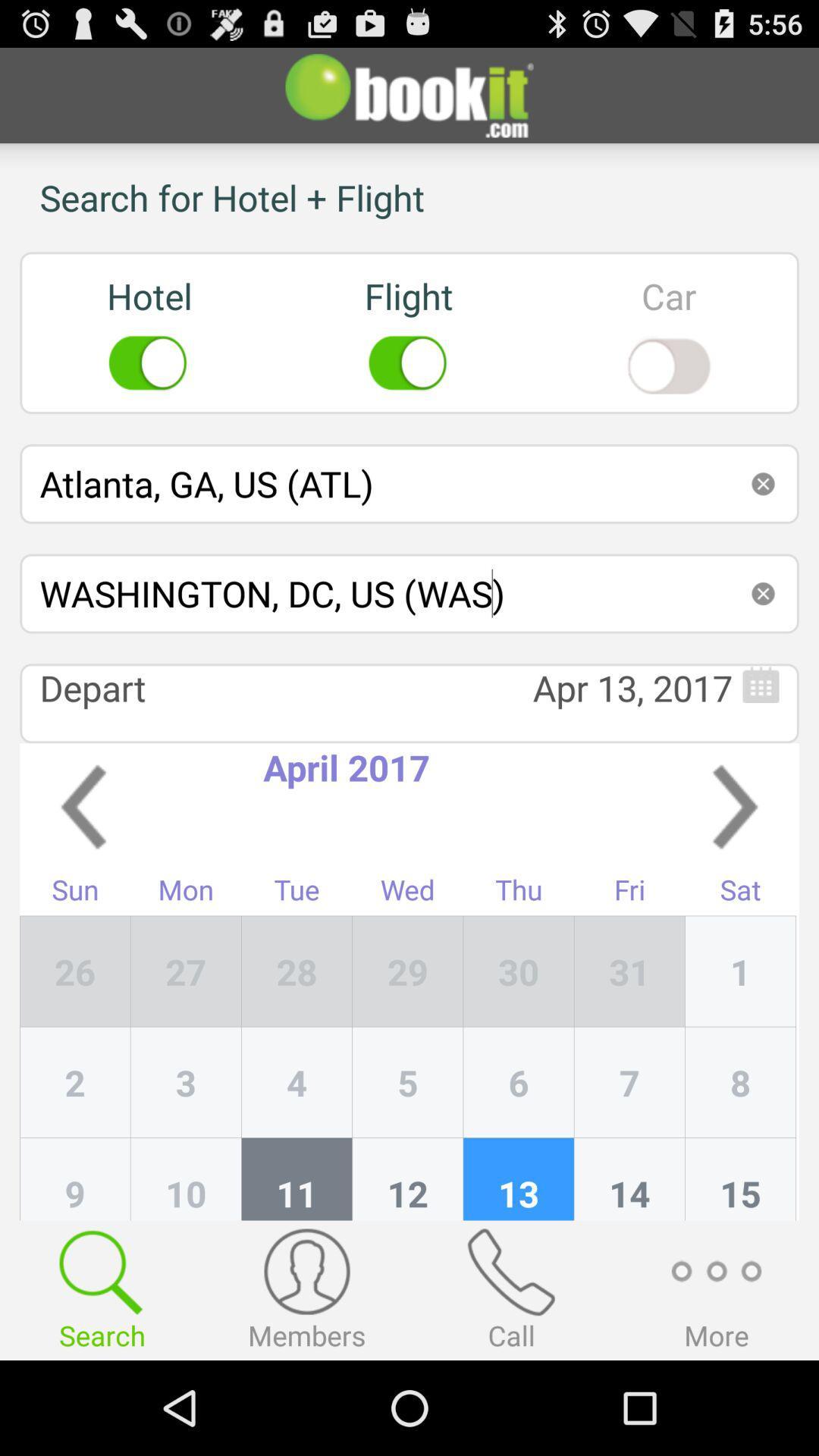 The width and height of the screenshot is (819, 1456). What do you see at coordinates (409, 592) in the screenshot?
I see `the washington dc us icon` at bounding box center [409, 592].